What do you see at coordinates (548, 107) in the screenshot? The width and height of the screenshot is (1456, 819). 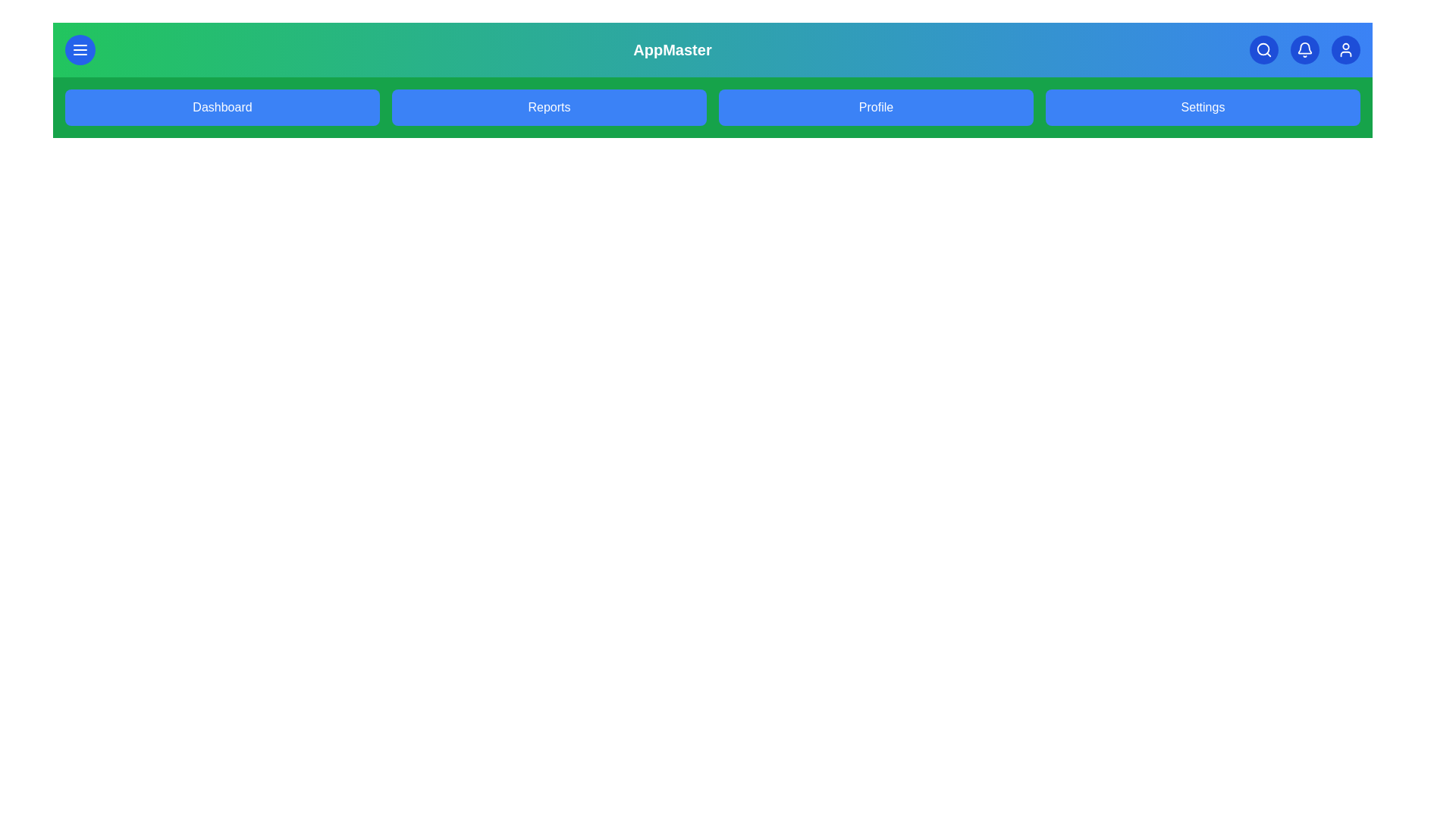 I see `the Reports link in the navigation bar` at bounding box center [548, 107].